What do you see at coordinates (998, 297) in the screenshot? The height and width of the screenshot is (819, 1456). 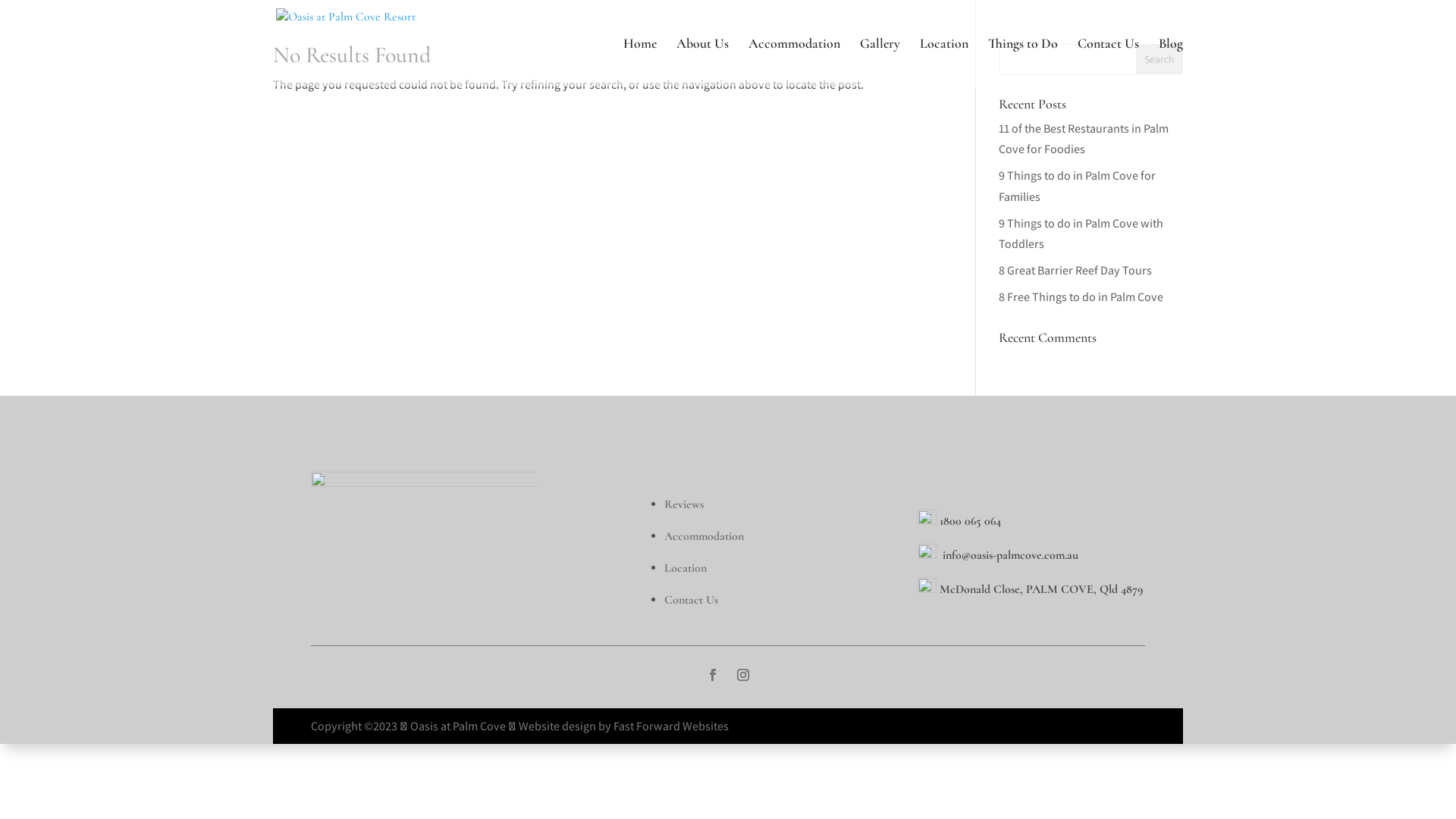 I see `'8 Free Things to do in Palm Cove'` at bounding box center [998, 297].